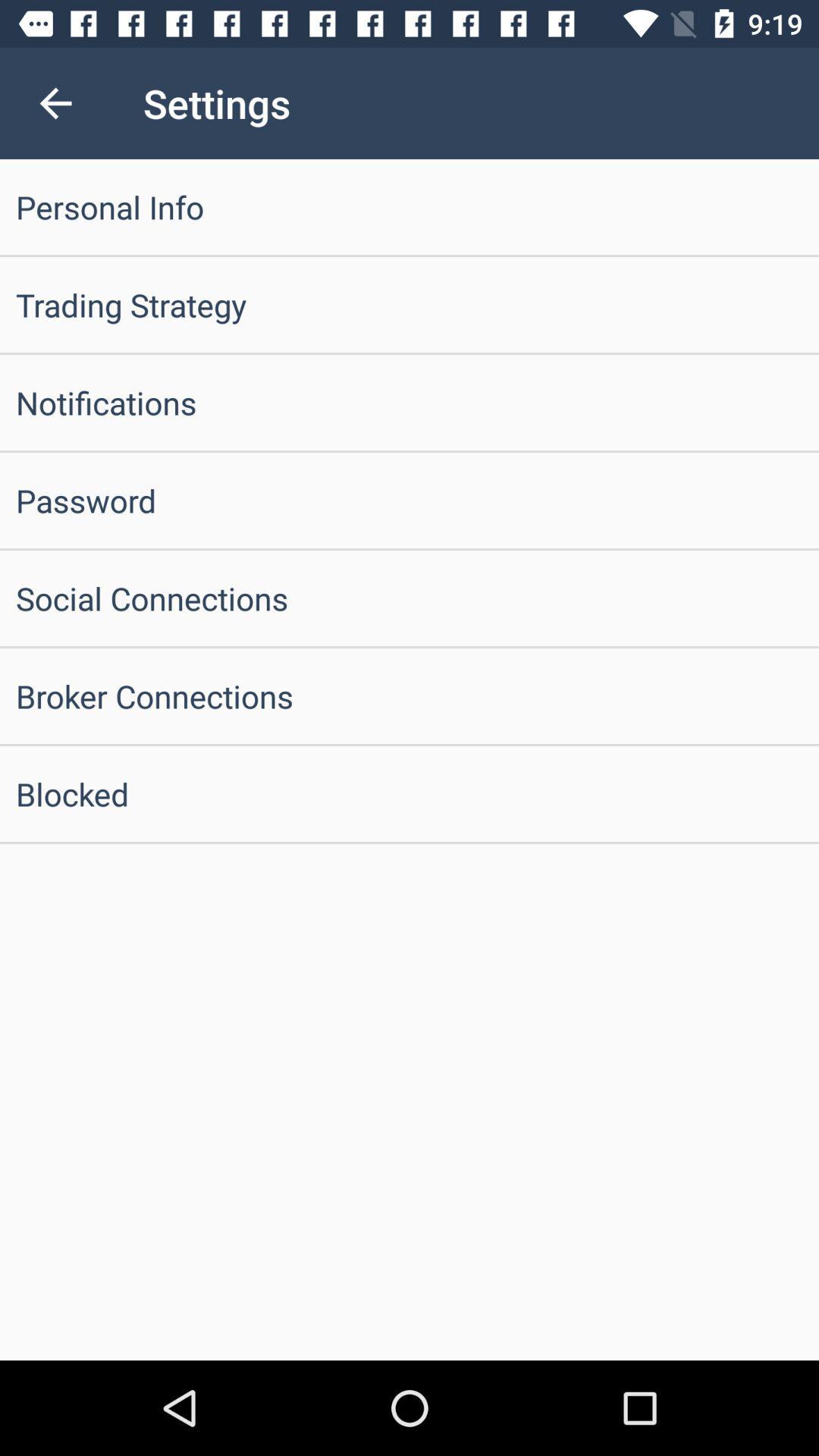 The image size is (819, 1456). What do you see at coordinates (409, 500) in the screenshot?
I see `the password` at bounding box center [409, 500].